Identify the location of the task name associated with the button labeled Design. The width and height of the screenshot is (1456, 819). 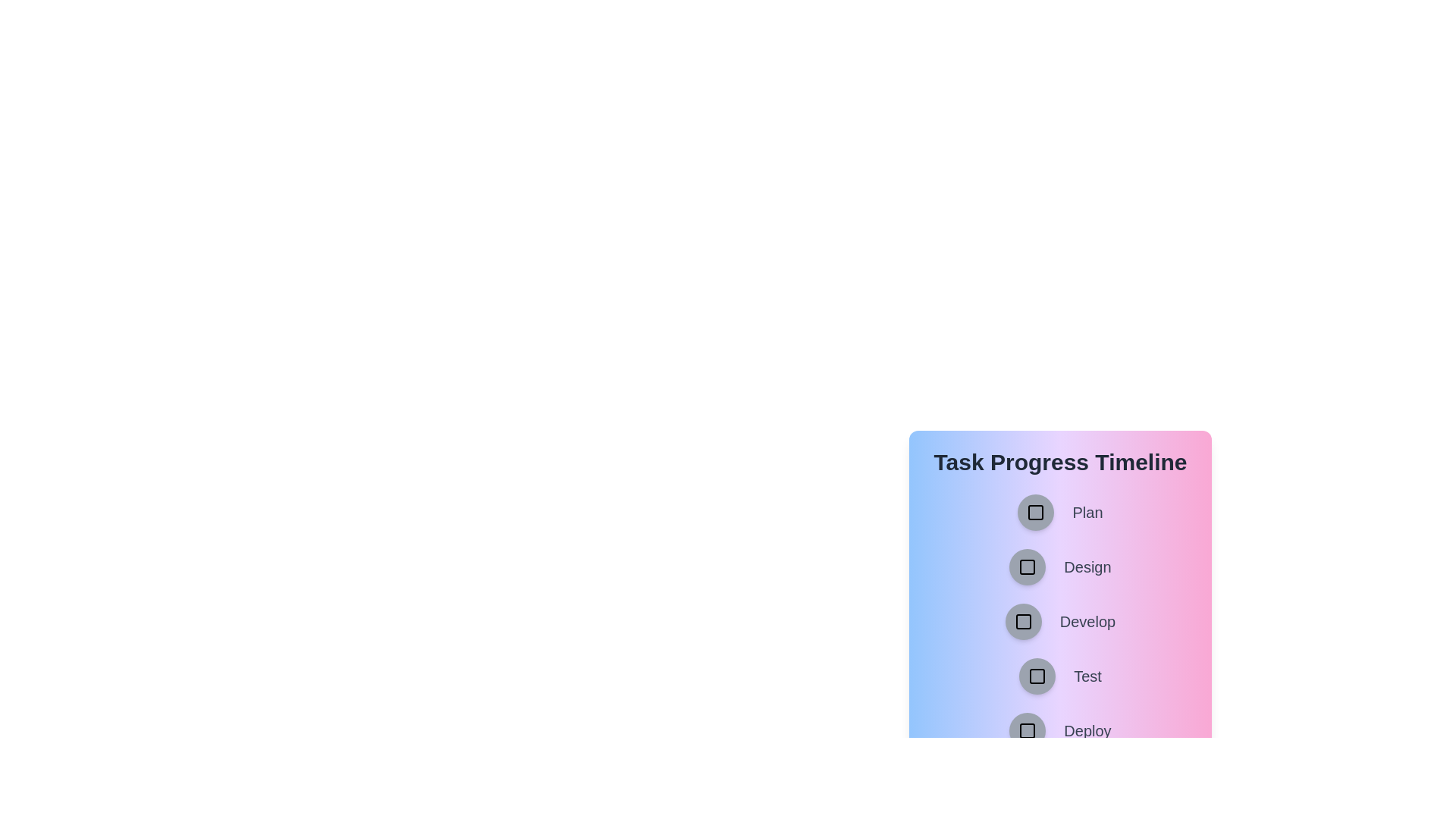
(1087, 567).